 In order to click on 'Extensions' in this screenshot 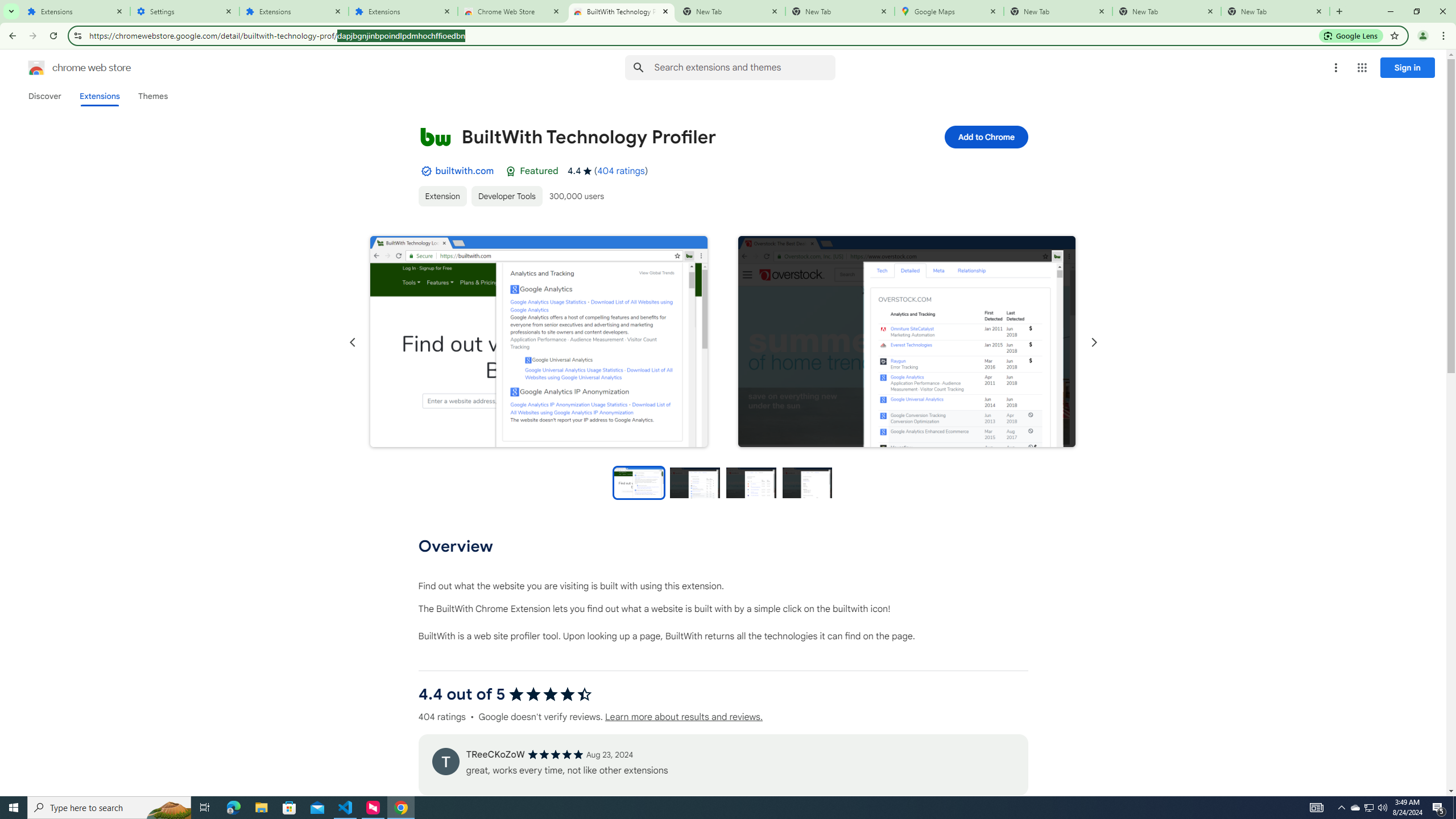, I will do `click(76, 11)`.